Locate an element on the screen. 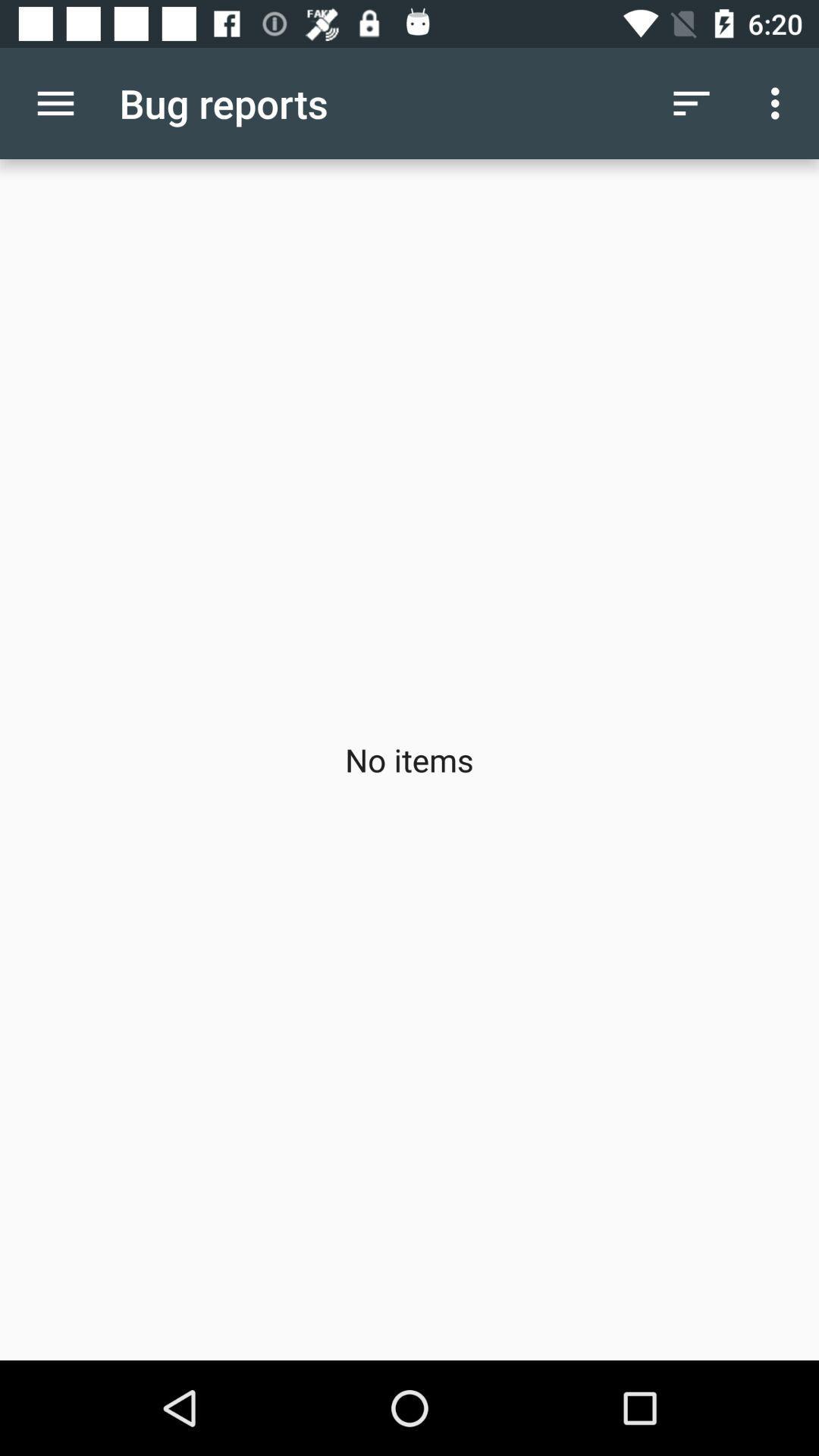 Image resolution: width=819 pixels, height=1456 pixels. the icon to the right of bug reports app is located at coordinates (691, 102).